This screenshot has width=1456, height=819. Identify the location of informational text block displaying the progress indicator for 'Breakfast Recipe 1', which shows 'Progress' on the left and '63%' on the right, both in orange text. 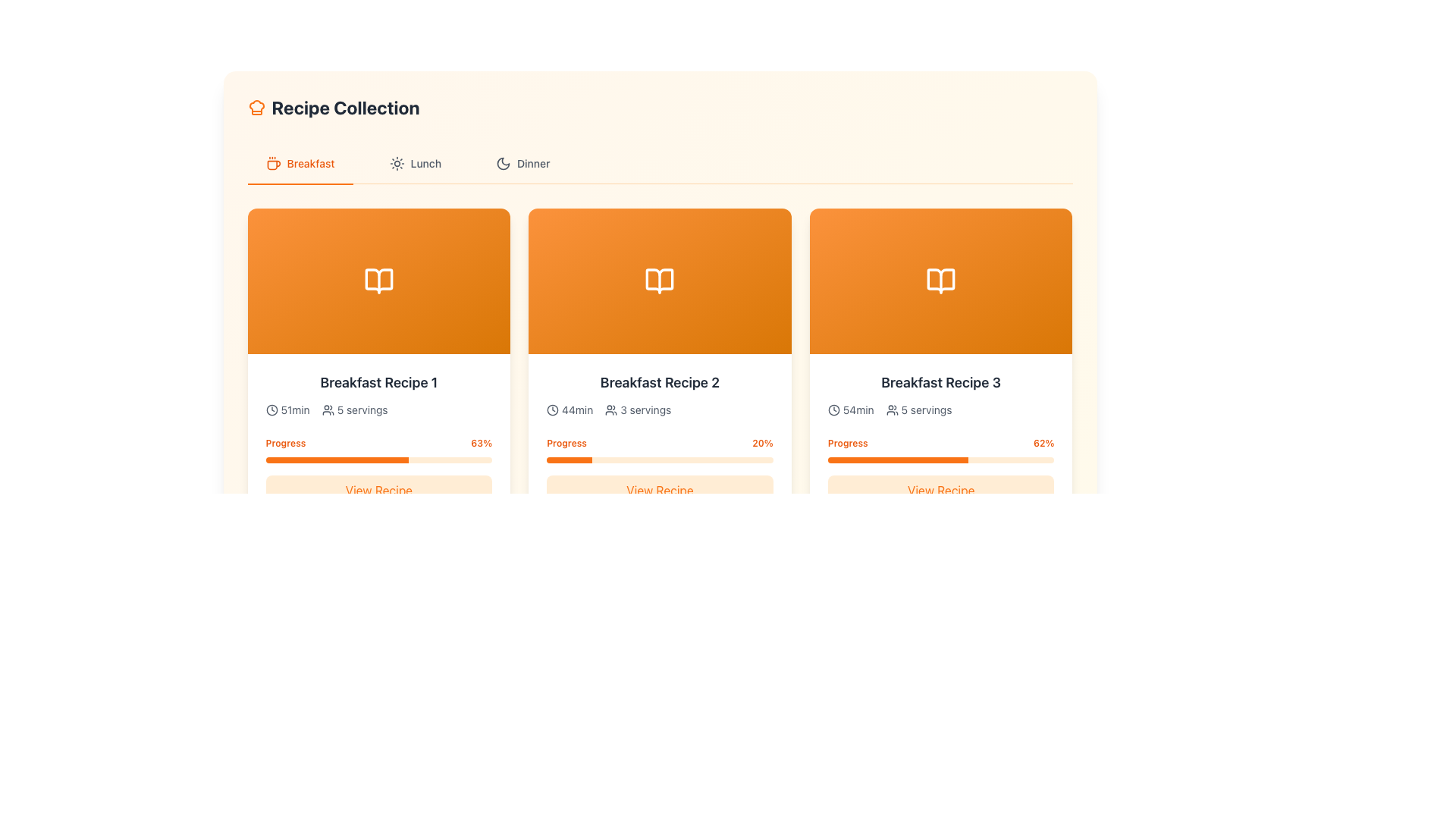
(378, 441).